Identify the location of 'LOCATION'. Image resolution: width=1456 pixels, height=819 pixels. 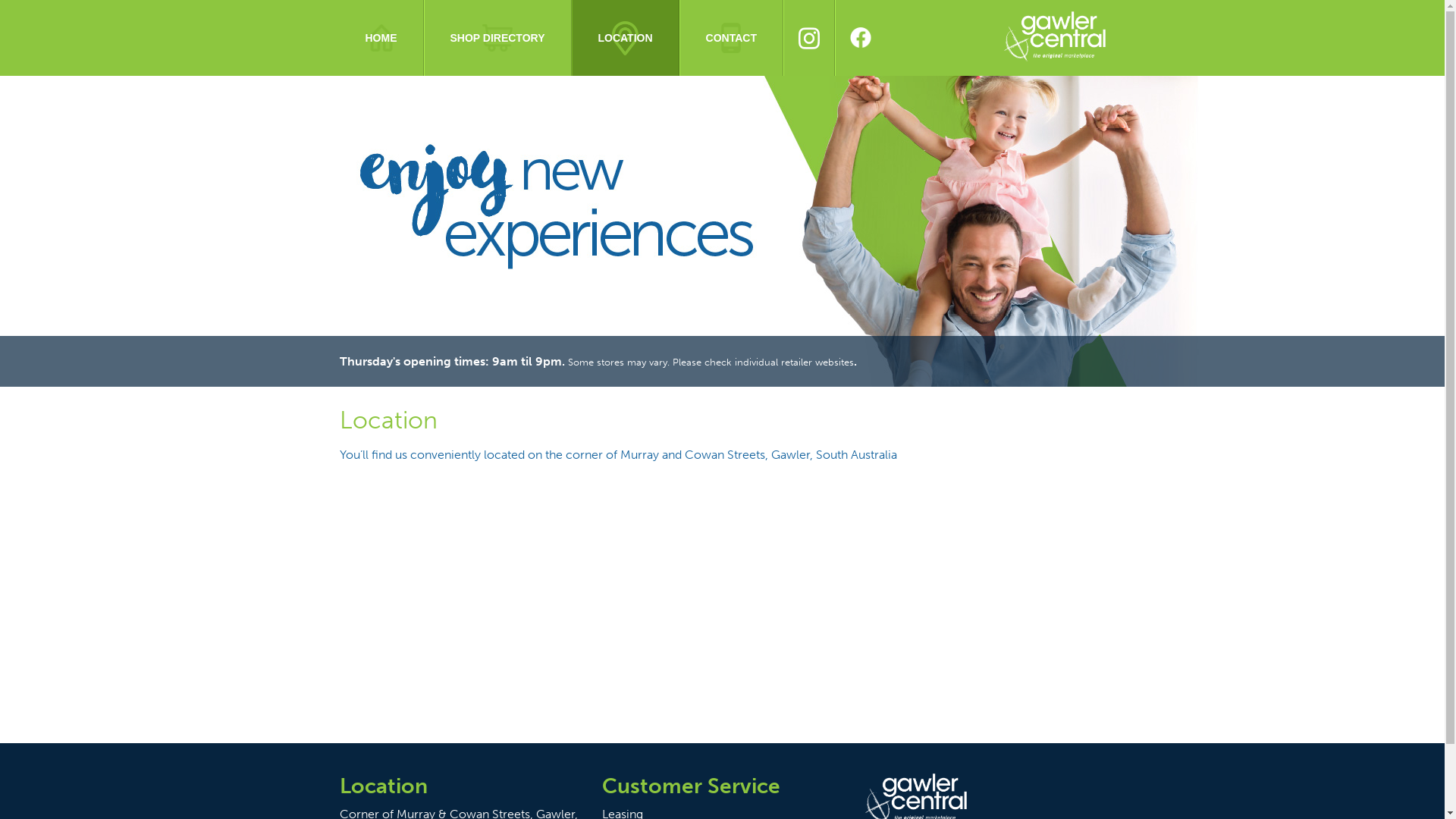
(626, 37).